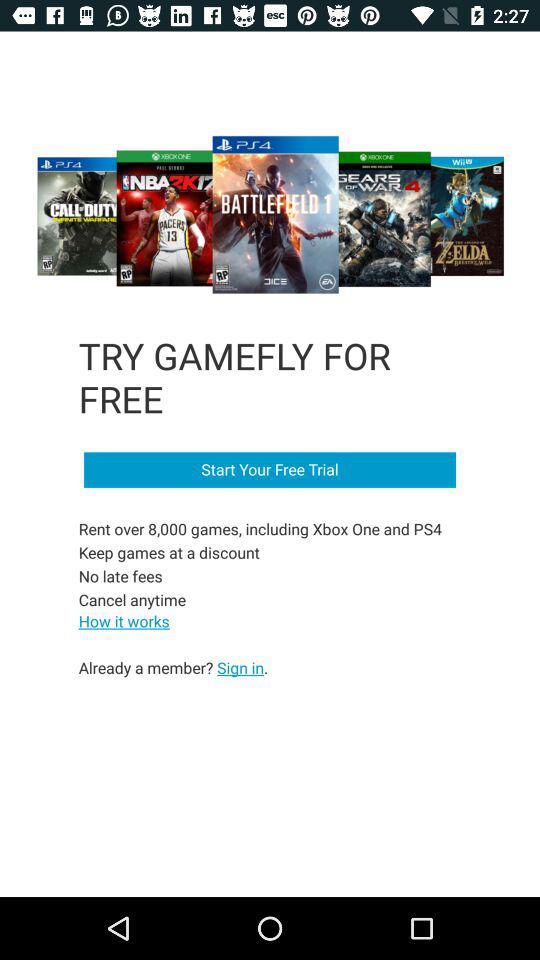  I want to click on the already a member icon, so click(173, 667).